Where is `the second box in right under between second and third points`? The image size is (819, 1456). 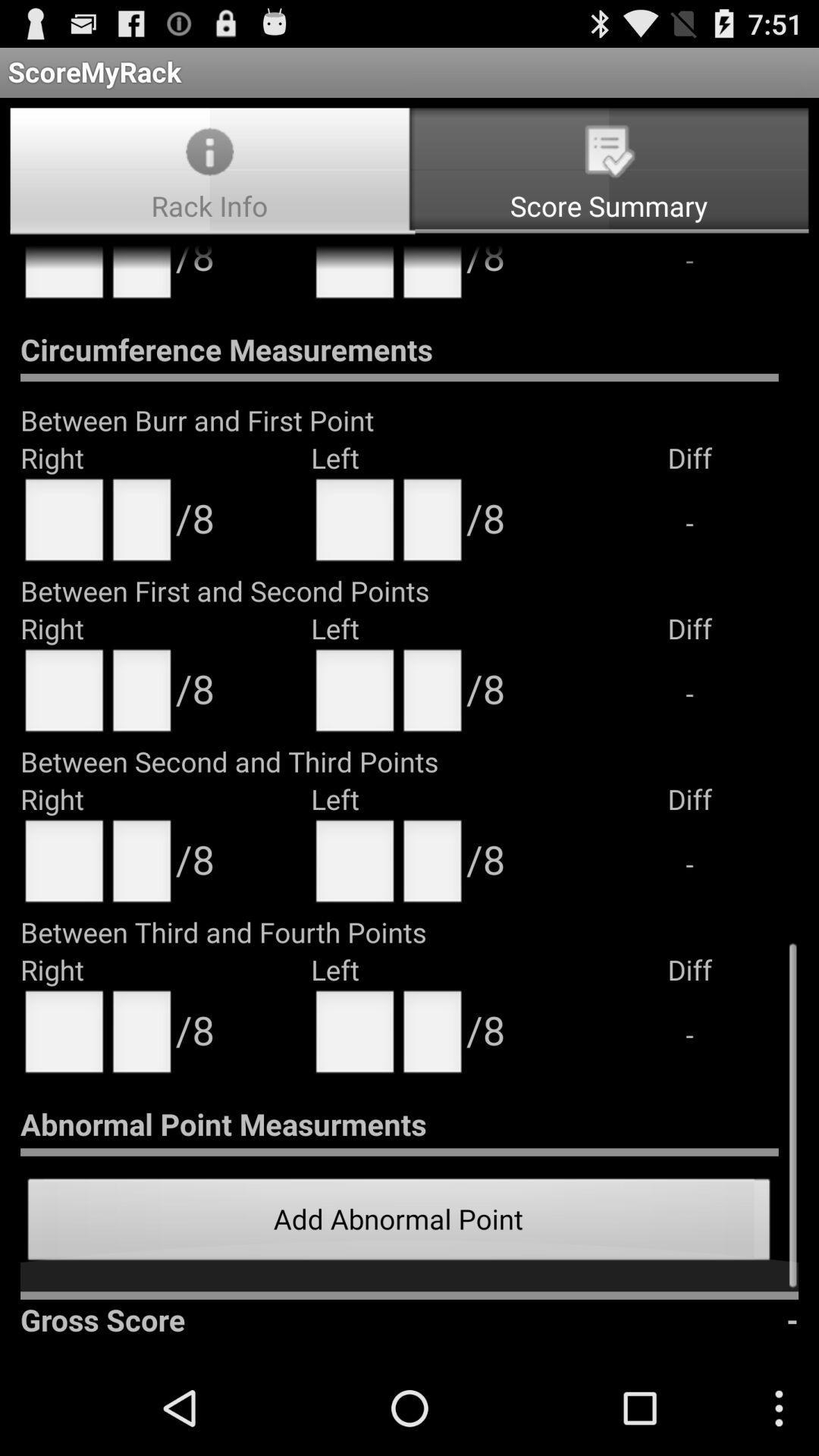
the second box in right under between second and third points is located at coordinates (142, 866).